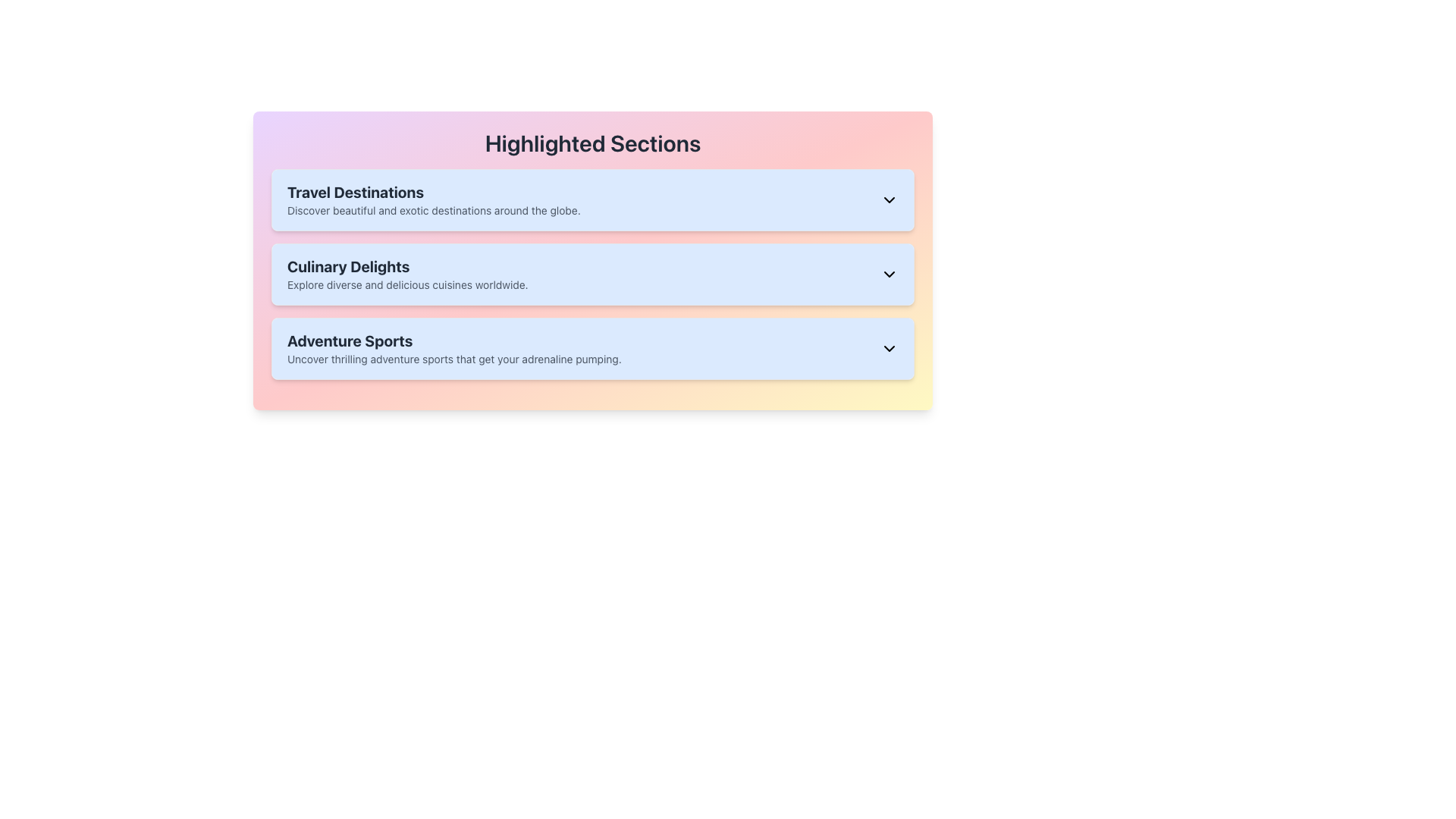  What do you see at coordinates (407, 275) in the screenshot?
I see `the text block titled 'Culinary Delights' which contains a subtitle 'Explore diverse and delicious cuisines worldwide.'` at bounding box center [407, 275].